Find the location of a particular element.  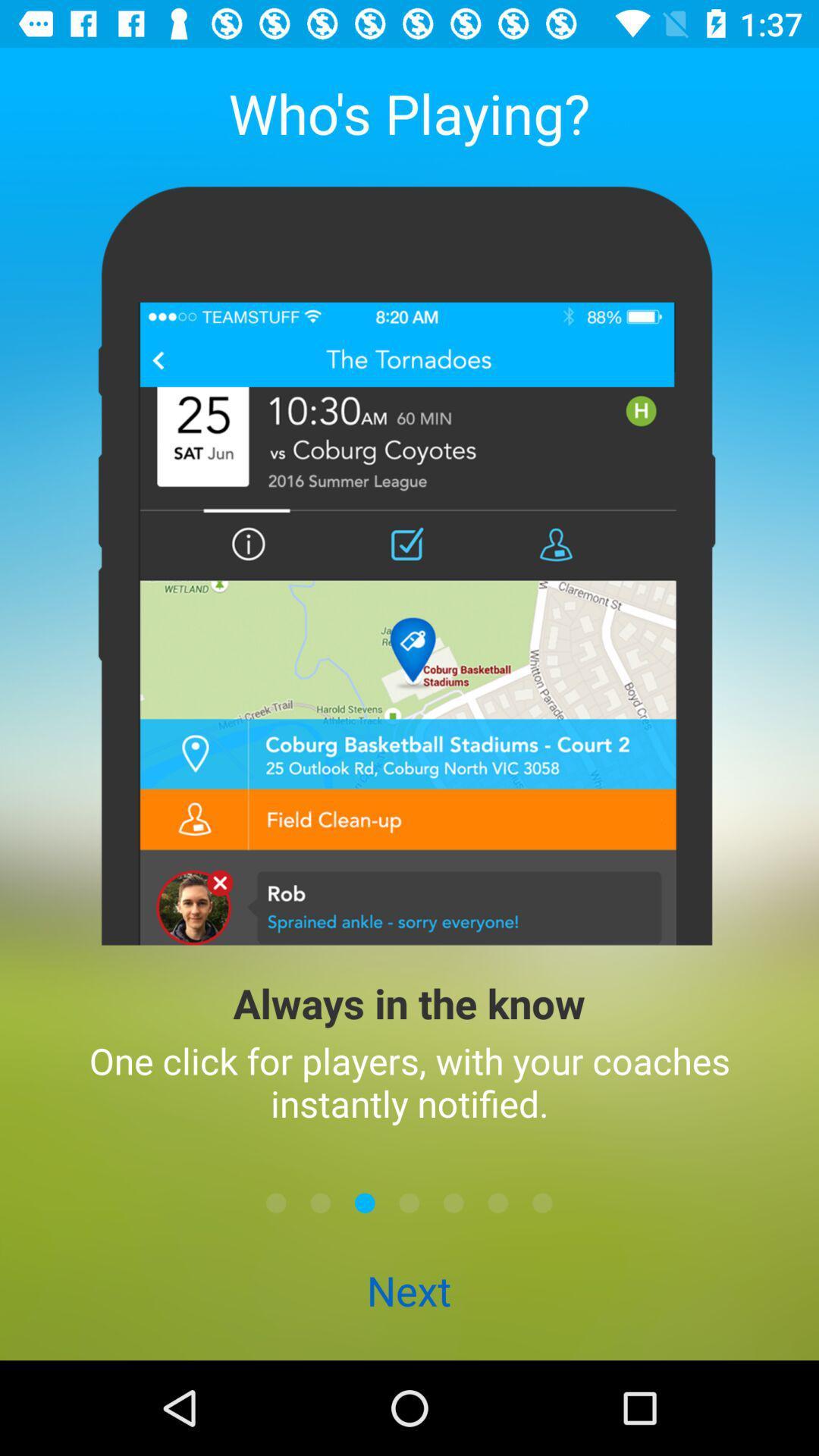

next page is located at coordinates (320, 1202).